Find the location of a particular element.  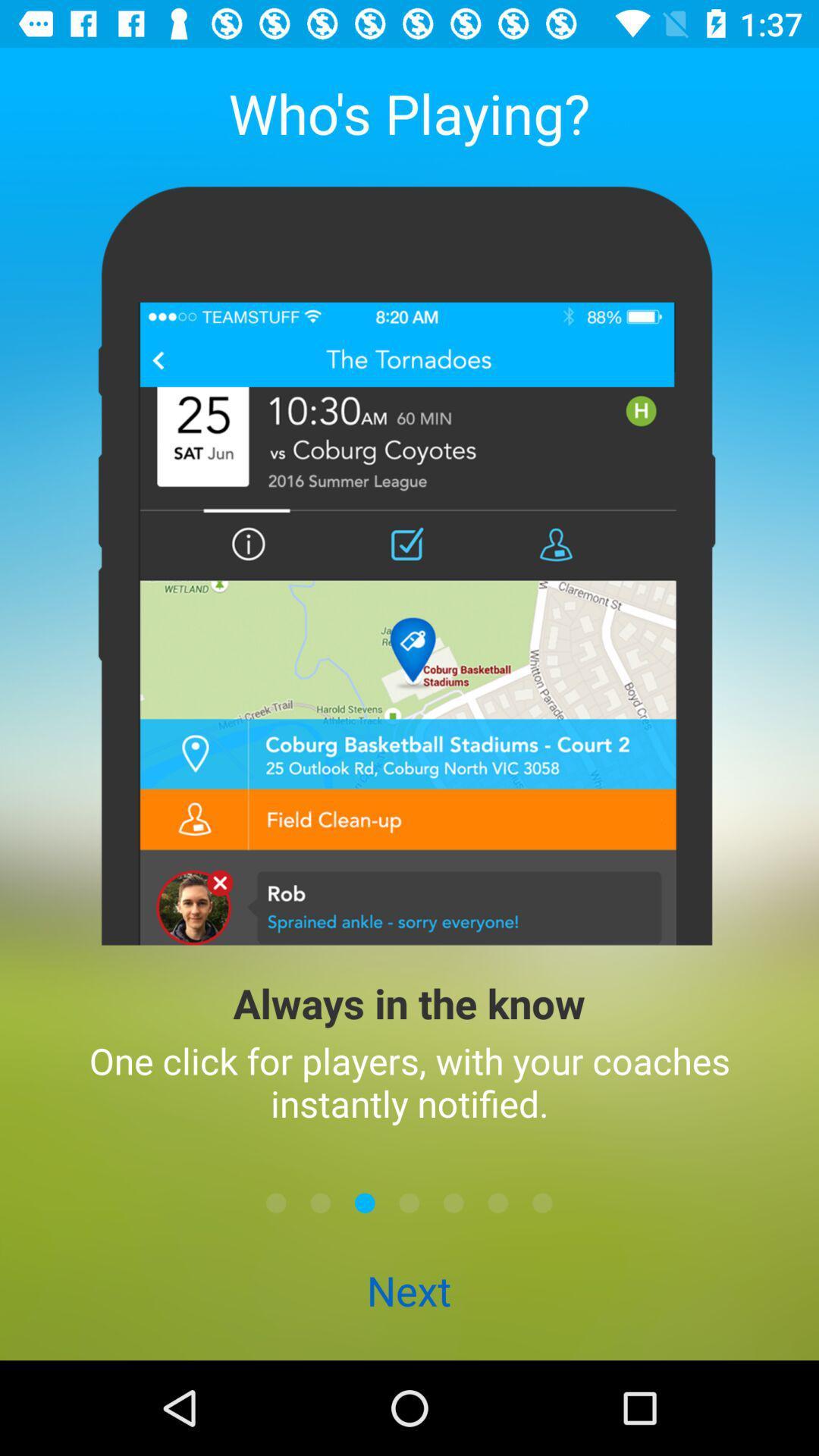

next page is located at coordinates (320, 1202).